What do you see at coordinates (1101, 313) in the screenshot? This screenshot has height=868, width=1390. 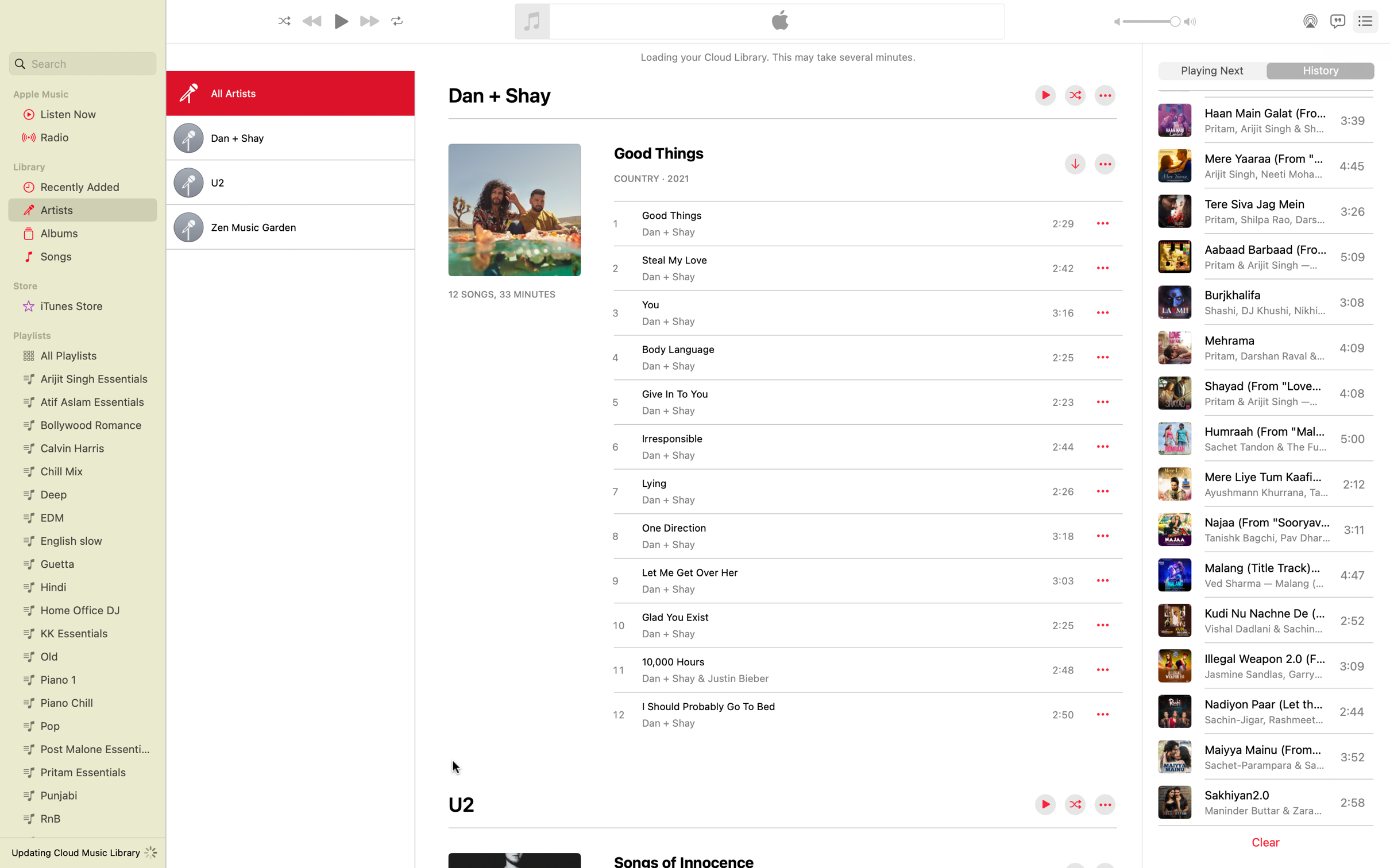 I see `the additional options of the song "You` at bounding box center [1101, 313].